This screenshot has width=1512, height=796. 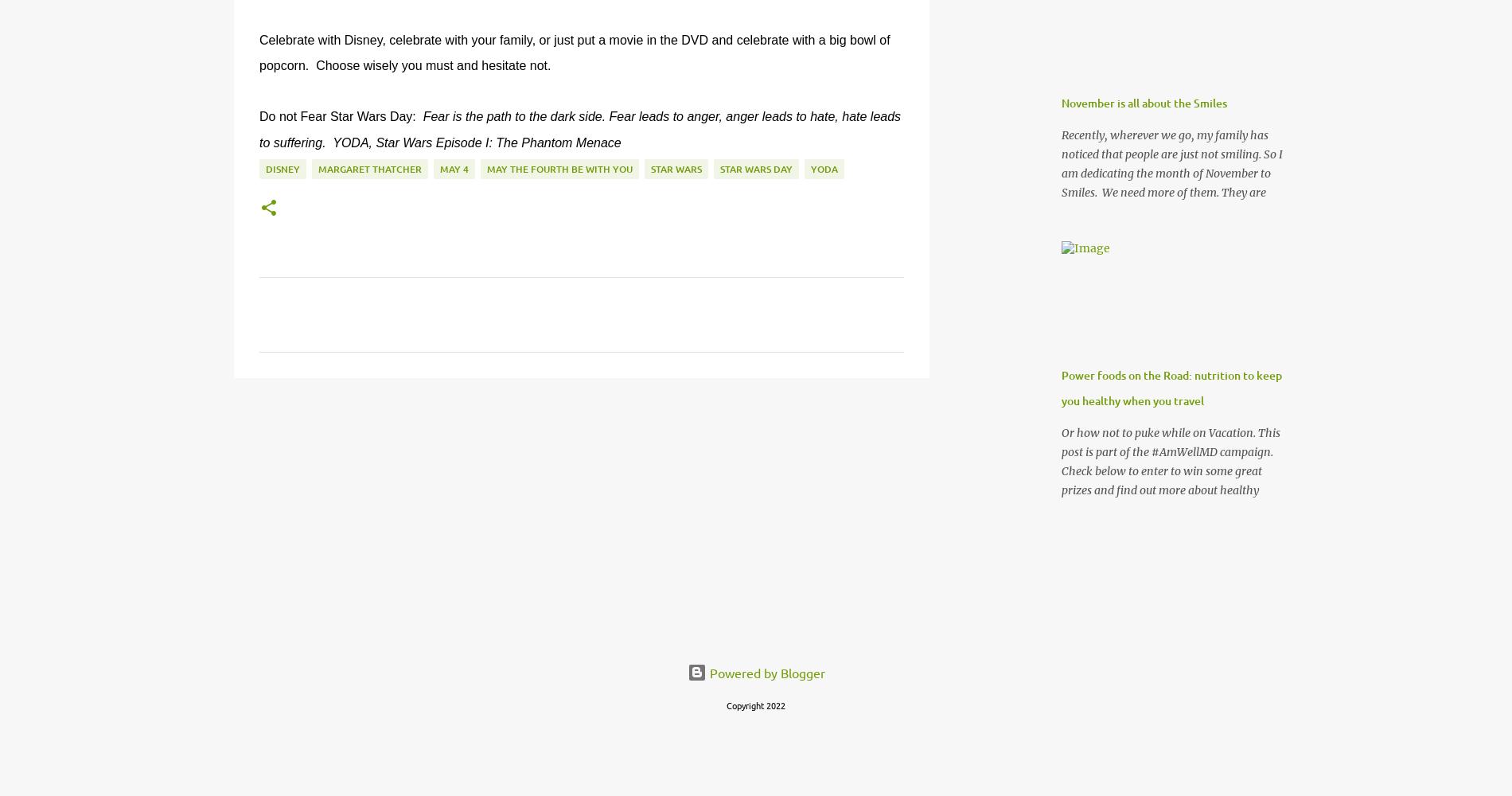 I want to click on 'Margaret Thatcher', so click(x=368, y=168).